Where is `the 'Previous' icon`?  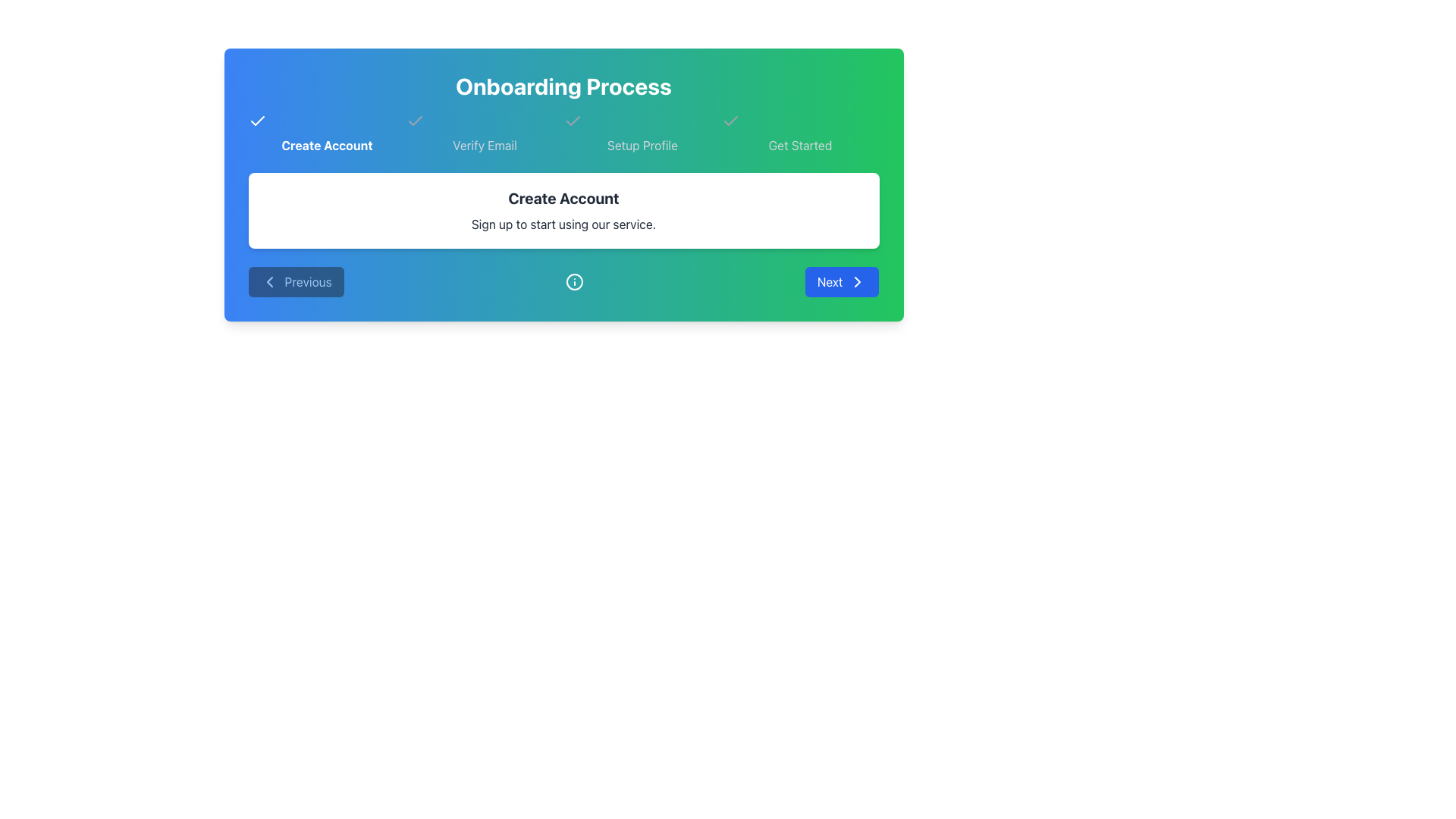 the 'Previous' icon is located at coordinates (269, 281).